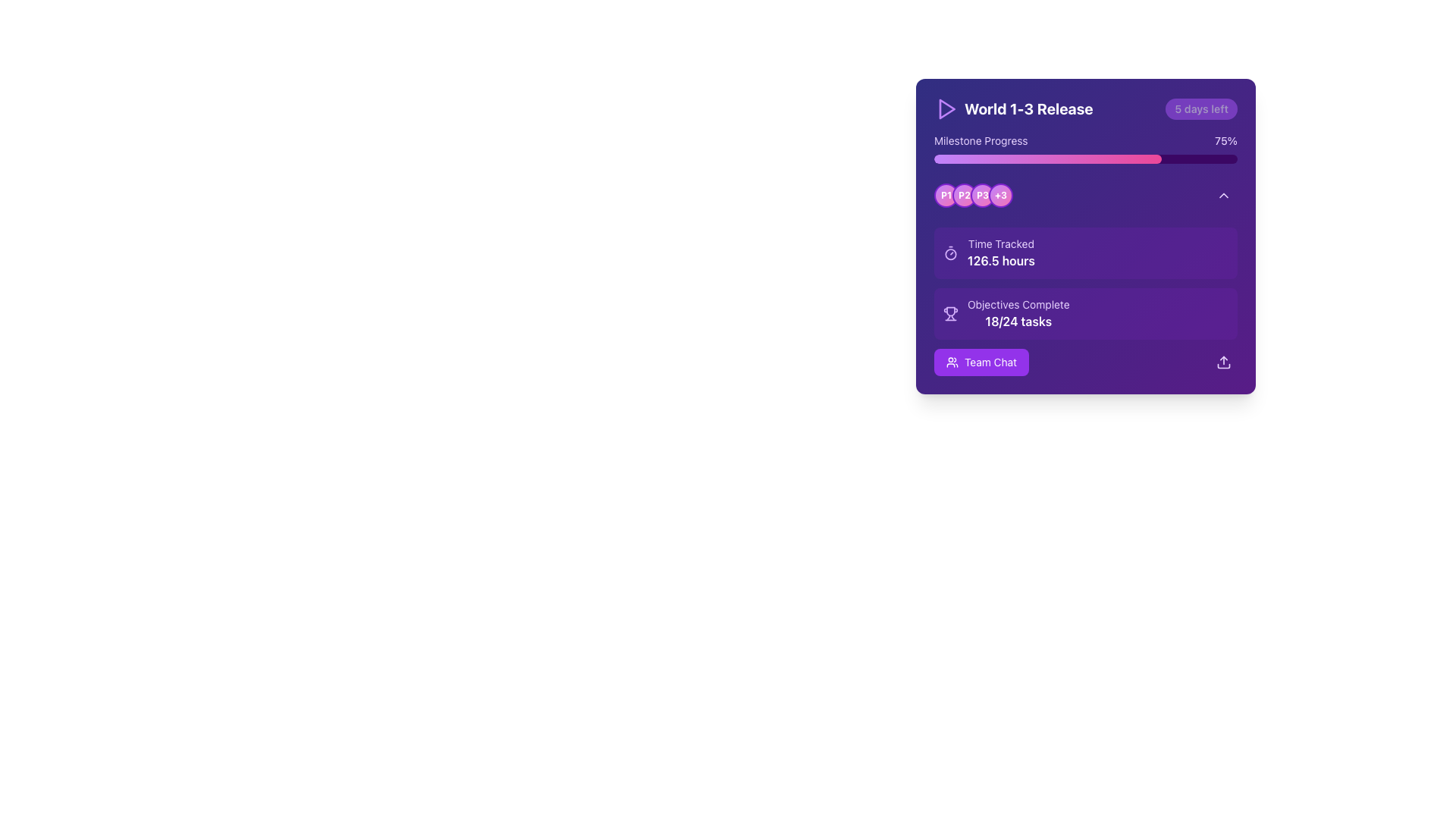  What do you see at coordinates (946, 108) in the screenshot?
I see `the purple play icon, which is an outlined triangle pointing right, located in the header area of the 'World 1-3 Release' panel` at bounding box center [946, 108].